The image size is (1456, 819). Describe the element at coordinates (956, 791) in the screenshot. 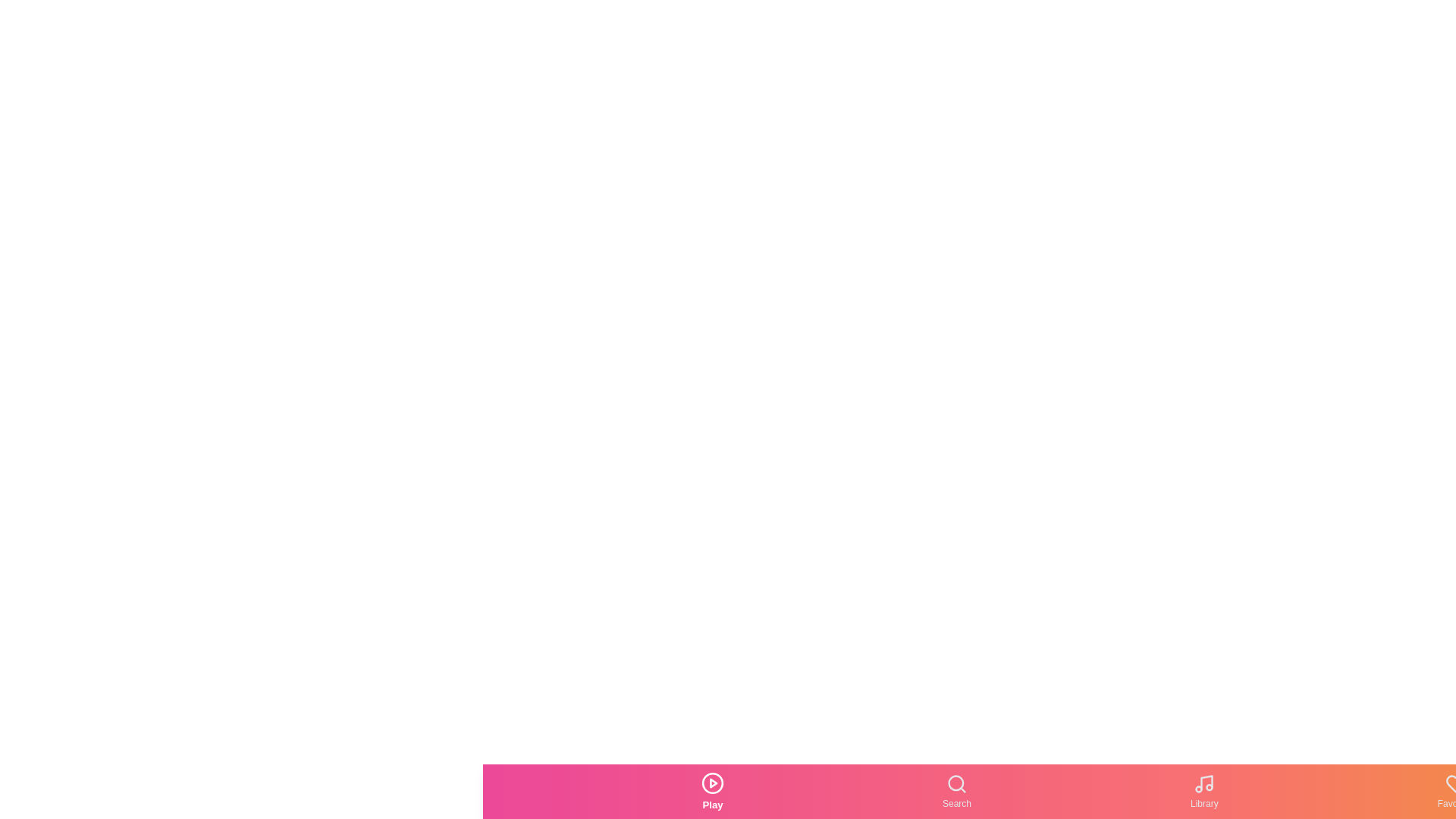

I see `the Search tab to navigate to the corresponding section` at that location.